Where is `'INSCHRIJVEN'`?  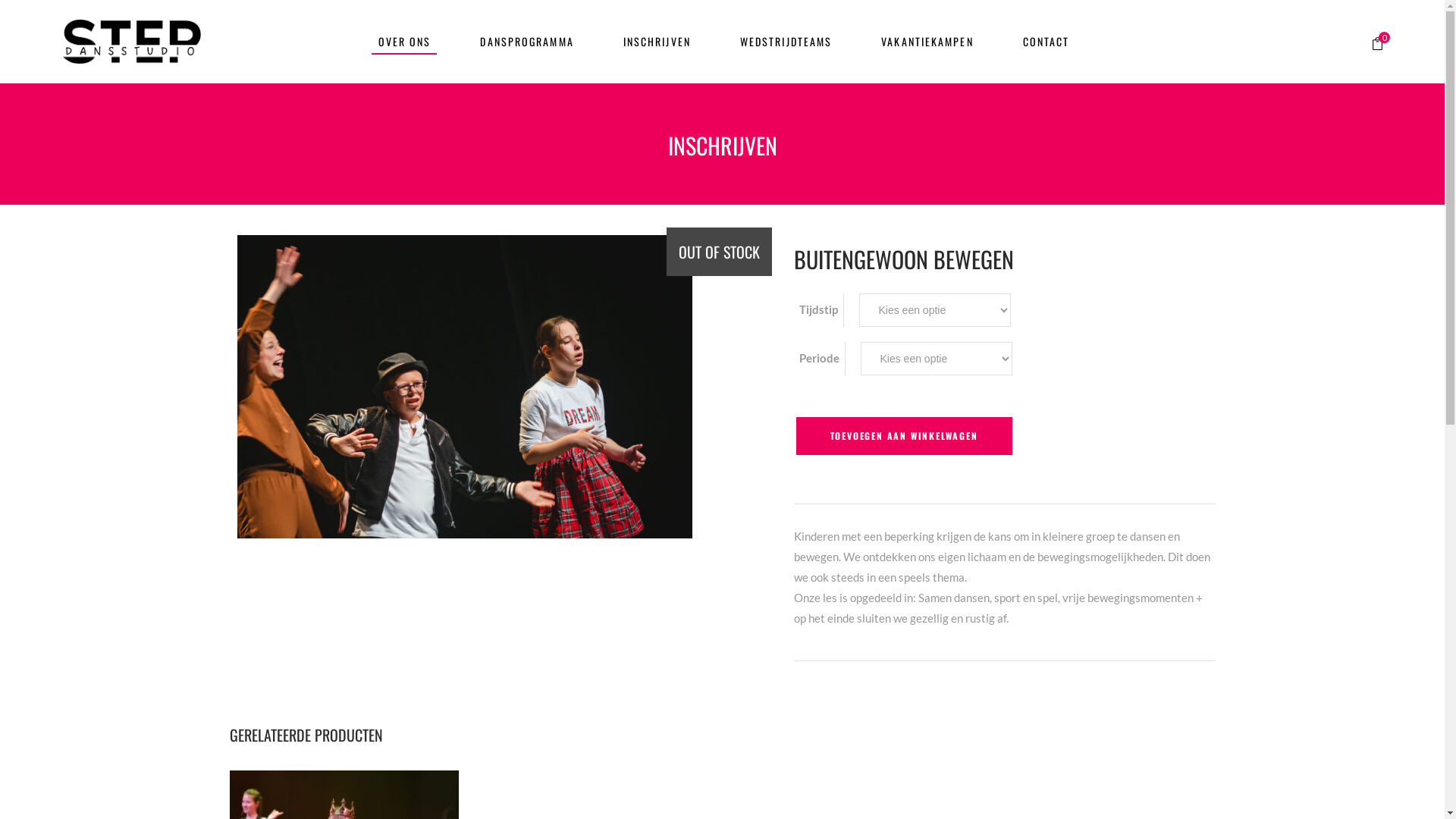
'INSCHRIJVEN' is located at coordinates (656, 40).